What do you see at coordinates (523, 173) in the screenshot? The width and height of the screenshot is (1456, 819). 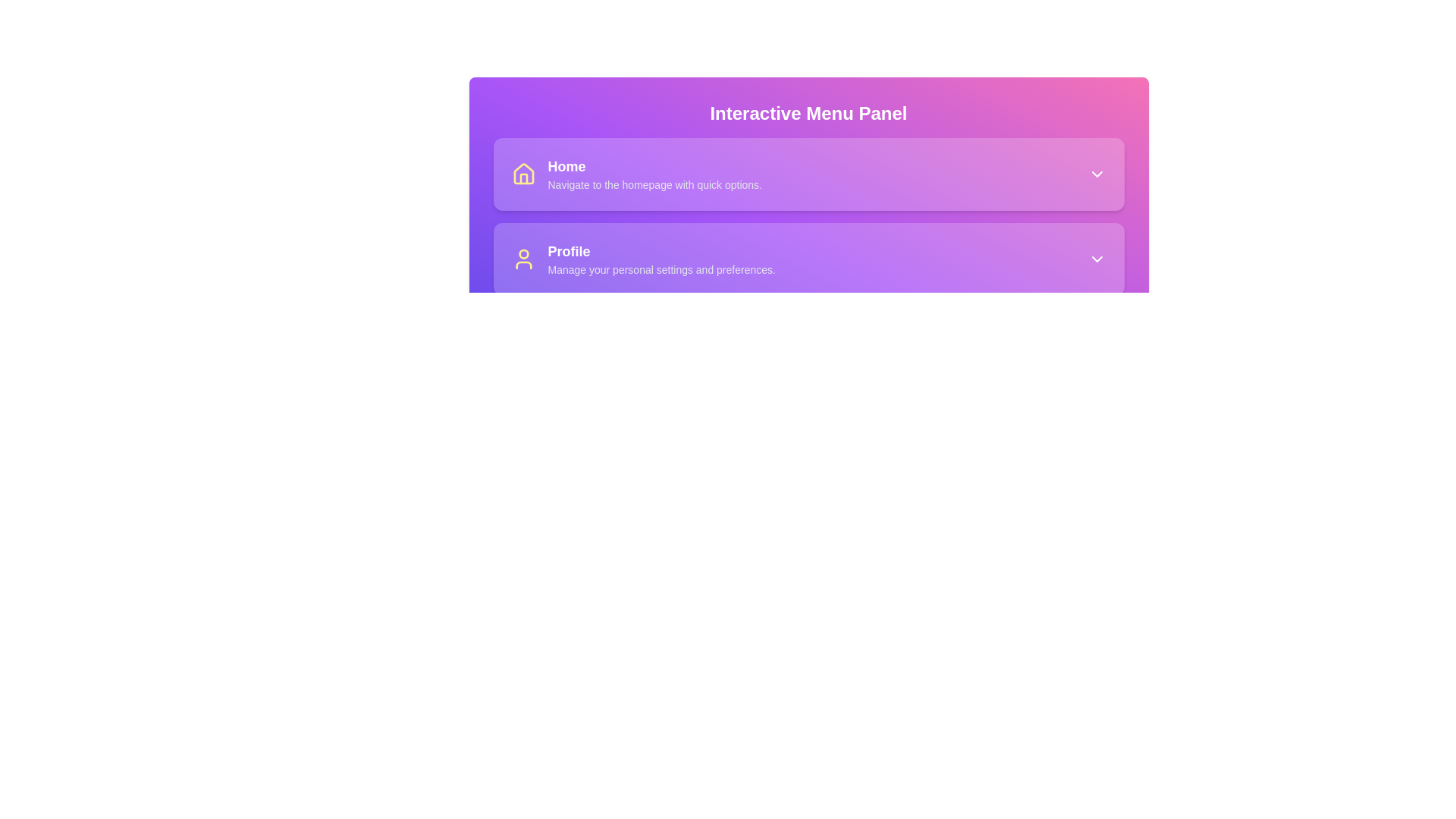 I see `the 'Home' graphic icon located on the left side of the 'Home' option in the interactive menu panel` at bounding box center [523, 173].